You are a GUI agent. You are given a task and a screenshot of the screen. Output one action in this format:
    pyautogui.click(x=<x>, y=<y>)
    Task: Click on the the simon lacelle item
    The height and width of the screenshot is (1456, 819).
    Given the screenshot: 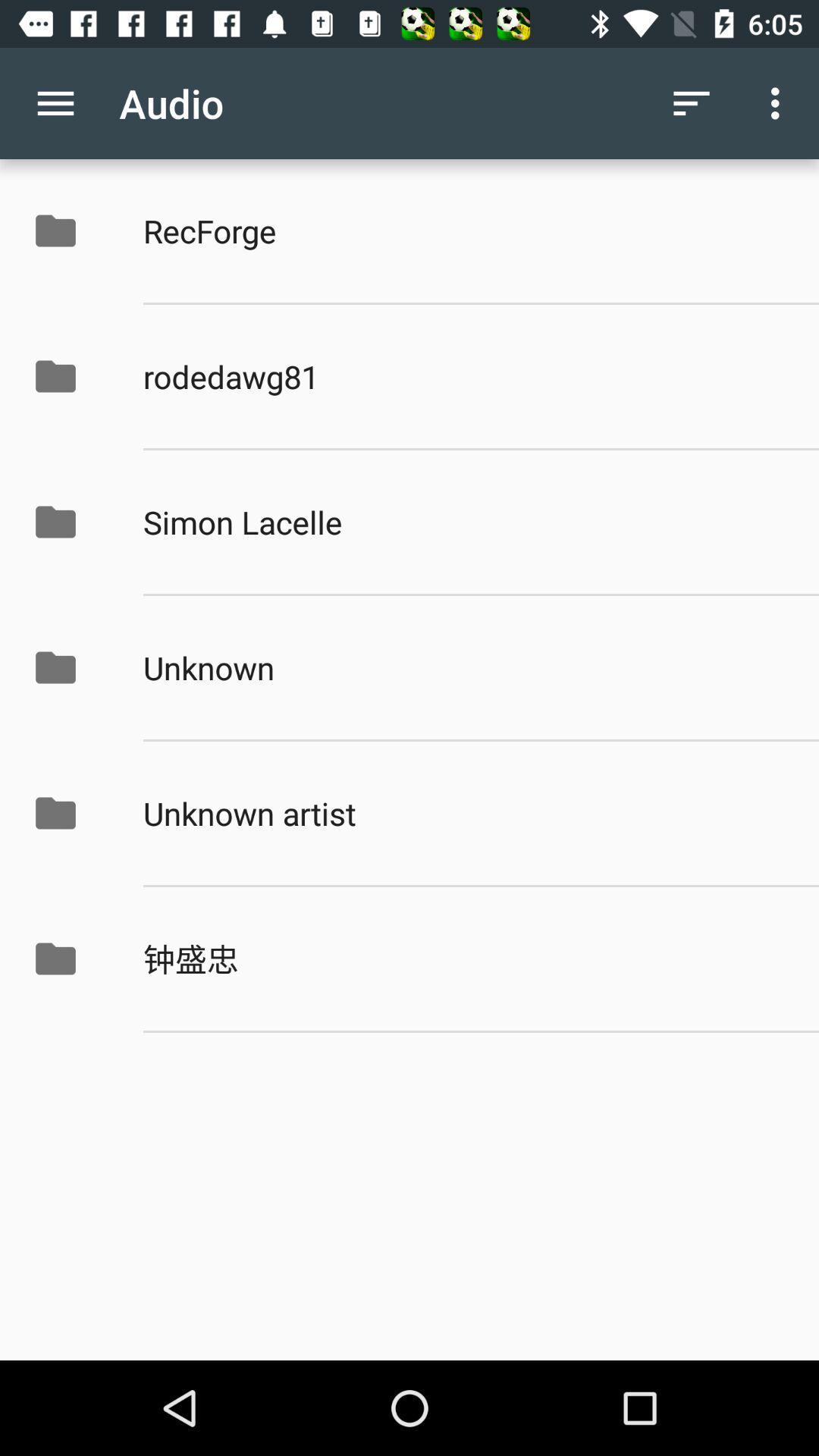 What is the action you would take?
    pyautogui.click(x=464, y=522)
    